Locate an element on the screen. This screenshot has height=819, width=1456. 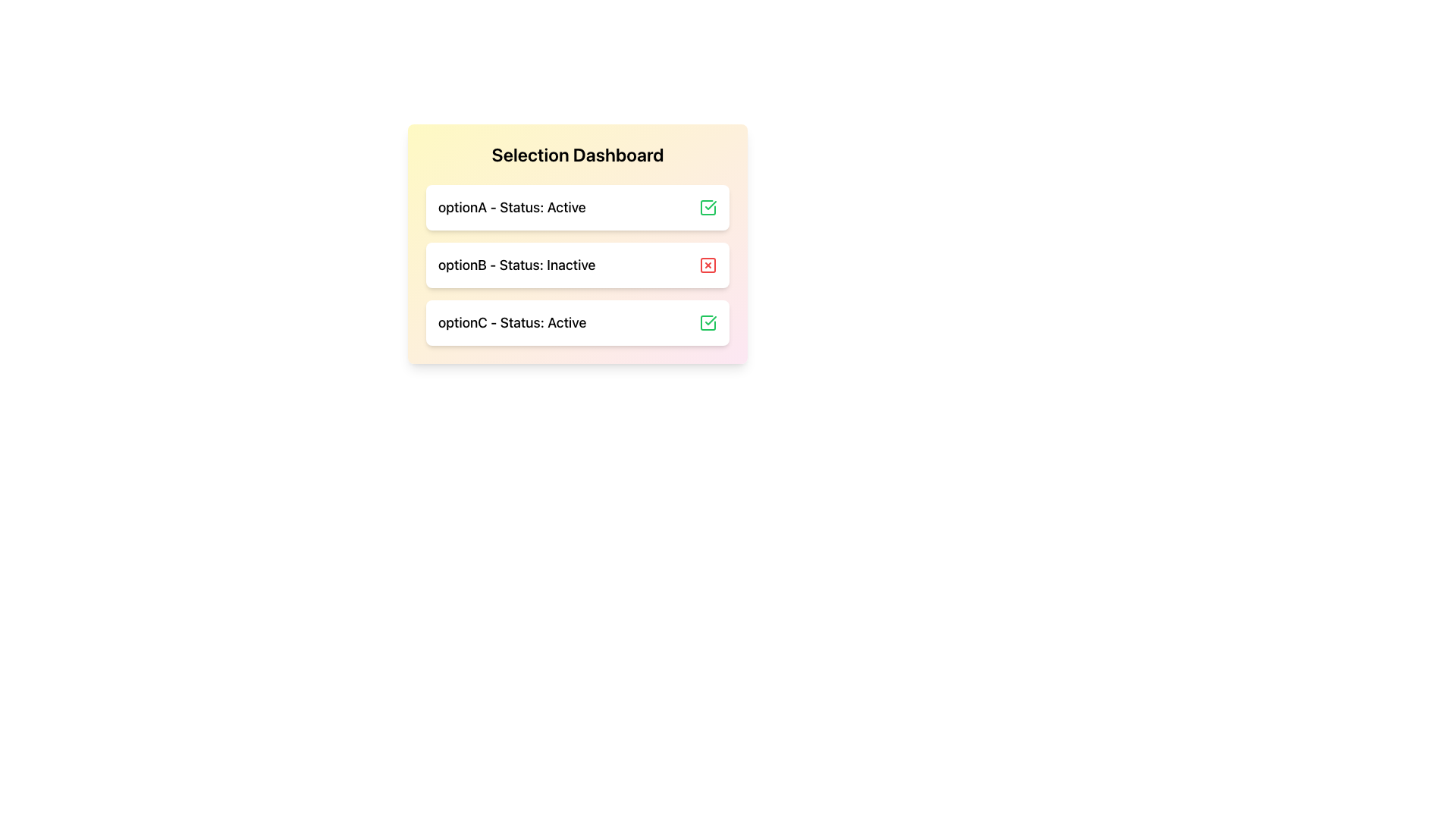
the label displaying 'optionB - Status: Inactive', which is the second selectable option in the vertical list is located at coordinates (516, 265).